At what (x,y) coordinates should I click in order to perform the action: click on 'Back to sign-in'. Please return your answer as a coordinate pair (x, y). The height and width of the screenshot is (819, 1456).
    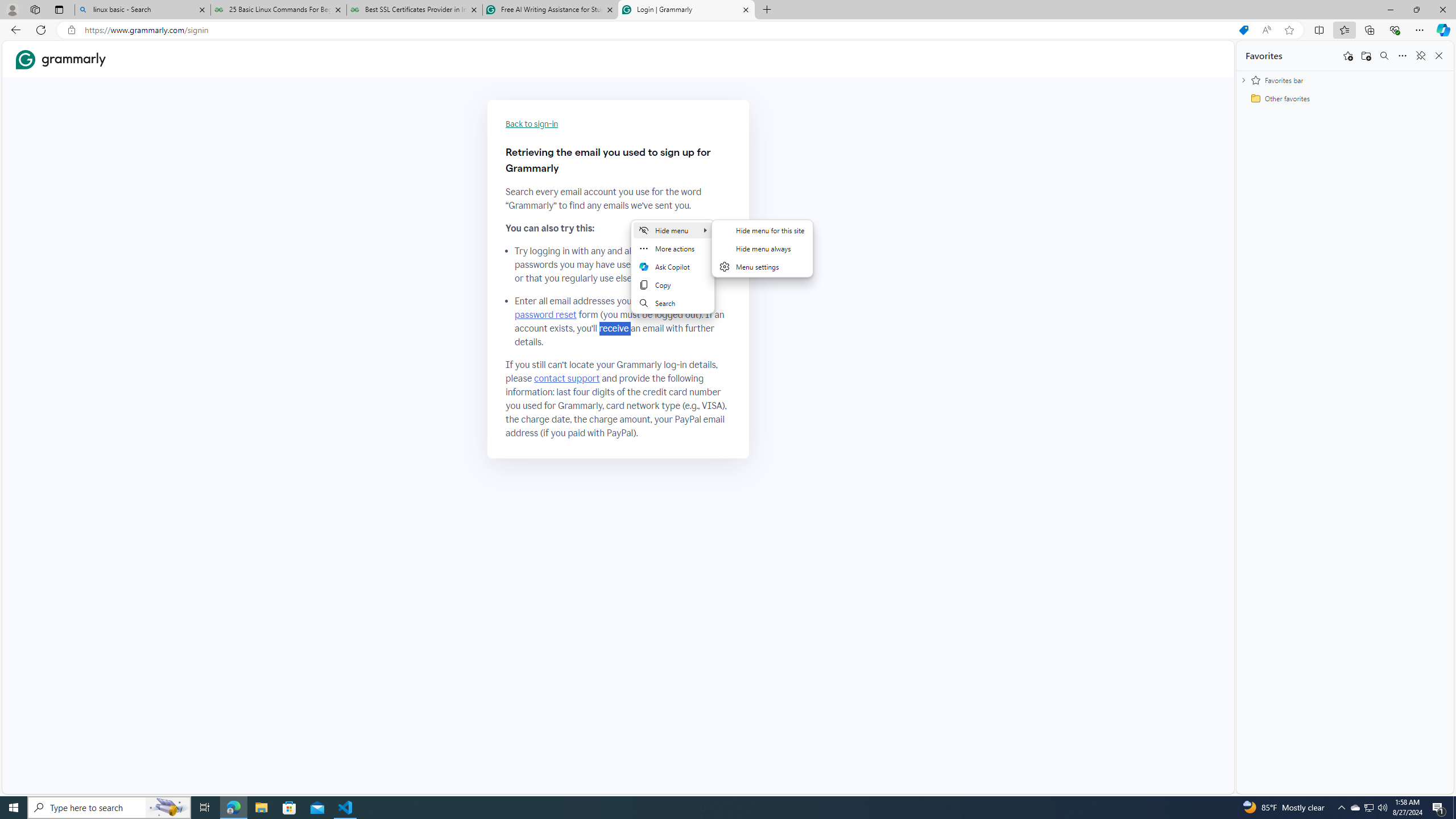
    Looking at the image, I should click on (531, 124).